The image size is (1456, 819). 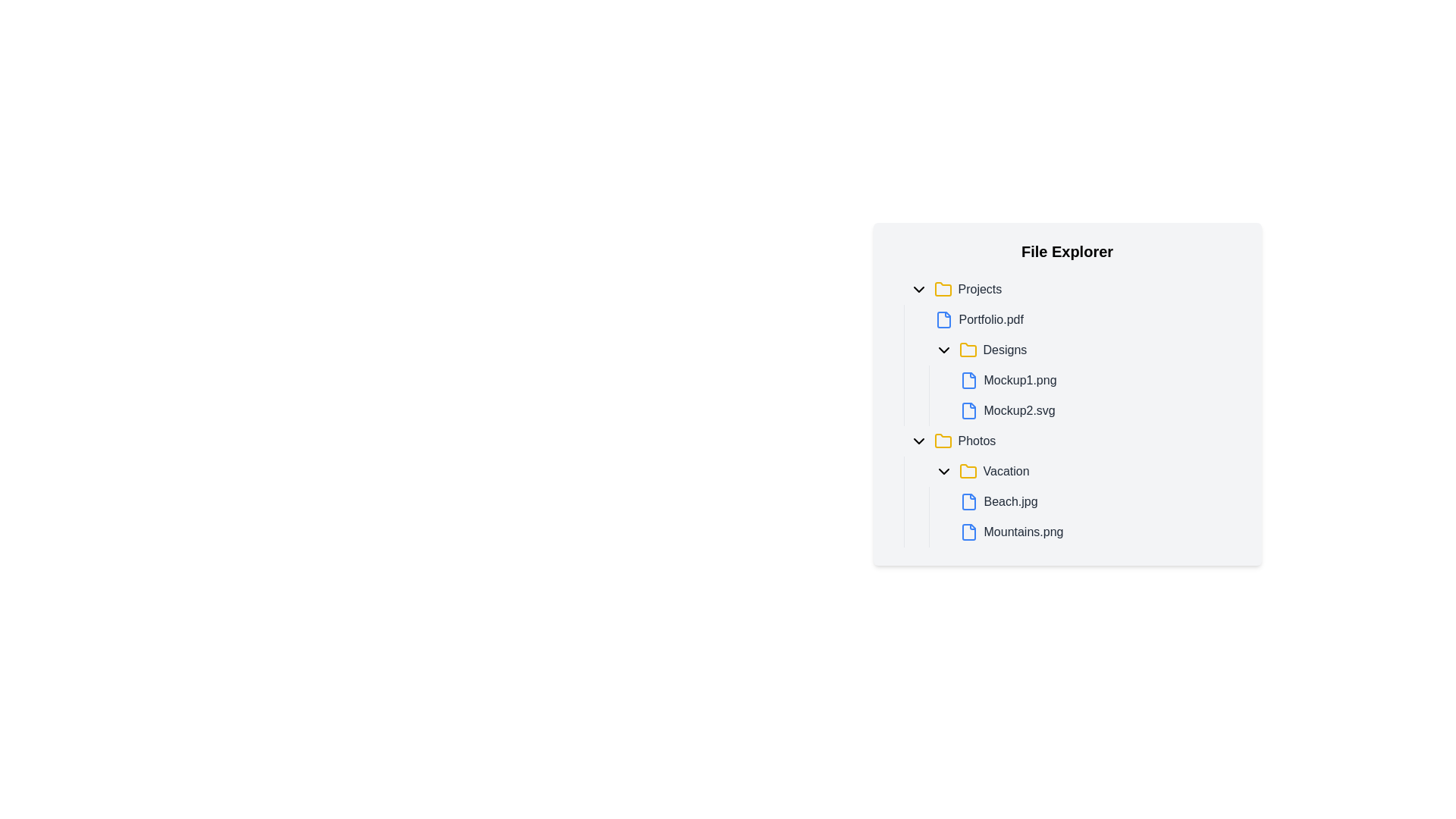 What do you see at coordinates (967, 470) in the screenshot?
I see `the yellow folder icon representing the 'Vacation' folder in the 'File Explorer' interface` at bounding box center [967, 470].